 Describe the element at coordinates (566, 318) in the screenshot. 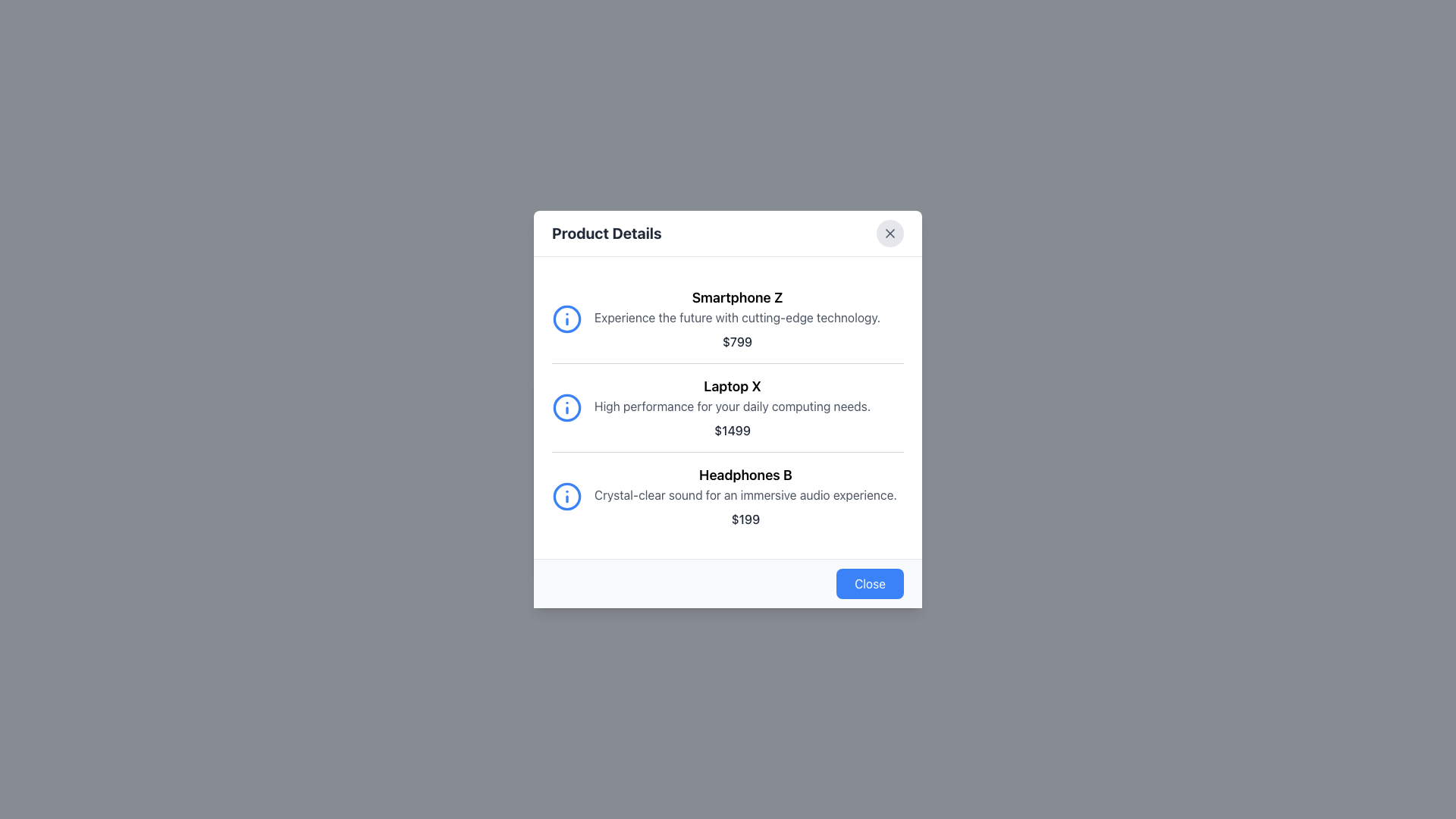

I see `the blue outlined circular component at the center of the icon to the left of the 'Smartphone Z' product description, which indicates additional product details` at that location.